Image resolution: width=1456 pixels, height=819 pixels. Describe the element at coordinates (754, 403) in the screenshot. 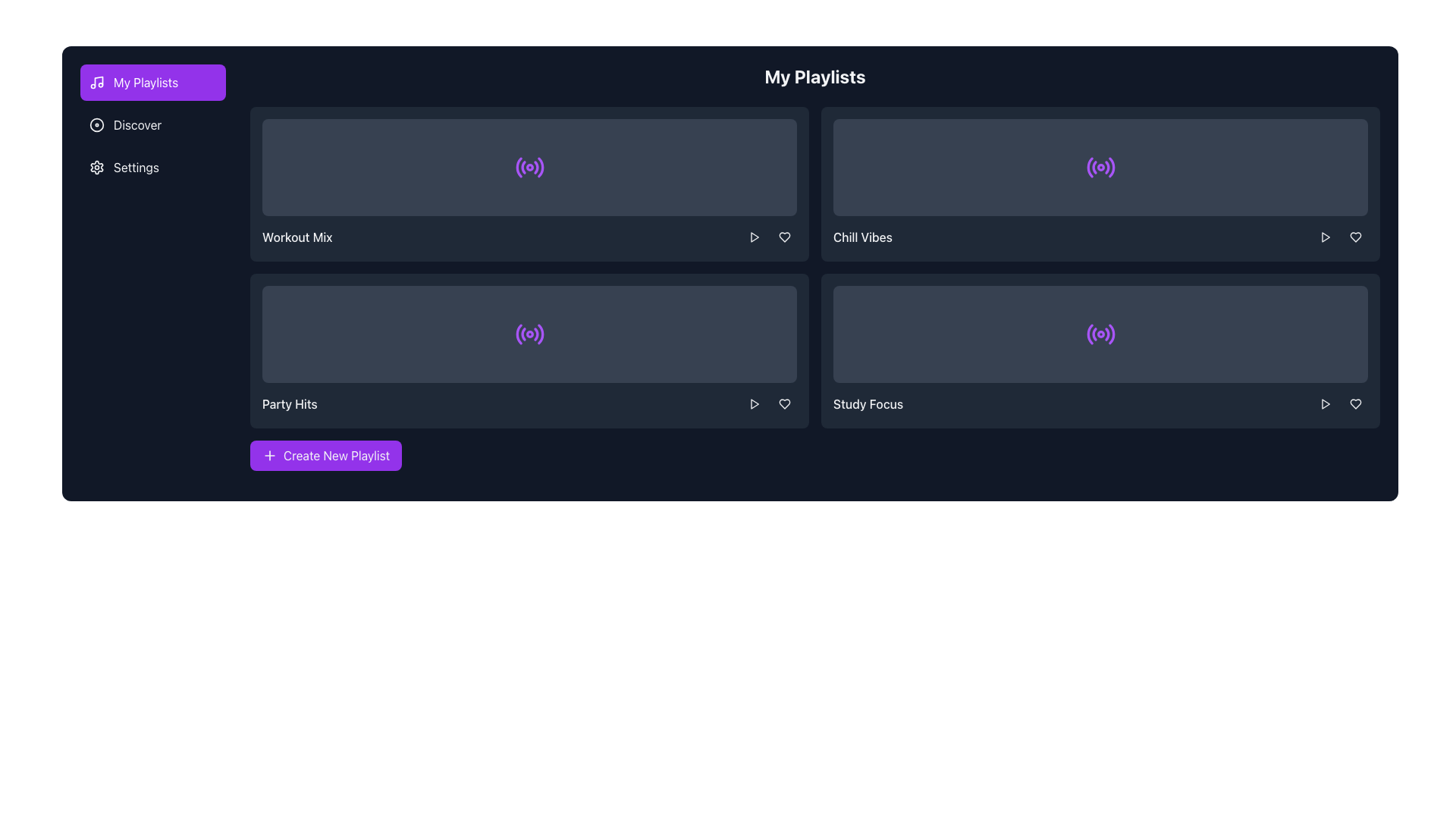

I see `the circular play button with a triangular play icon located in the lower section of the 'Party Hits' playlist item` at that location.